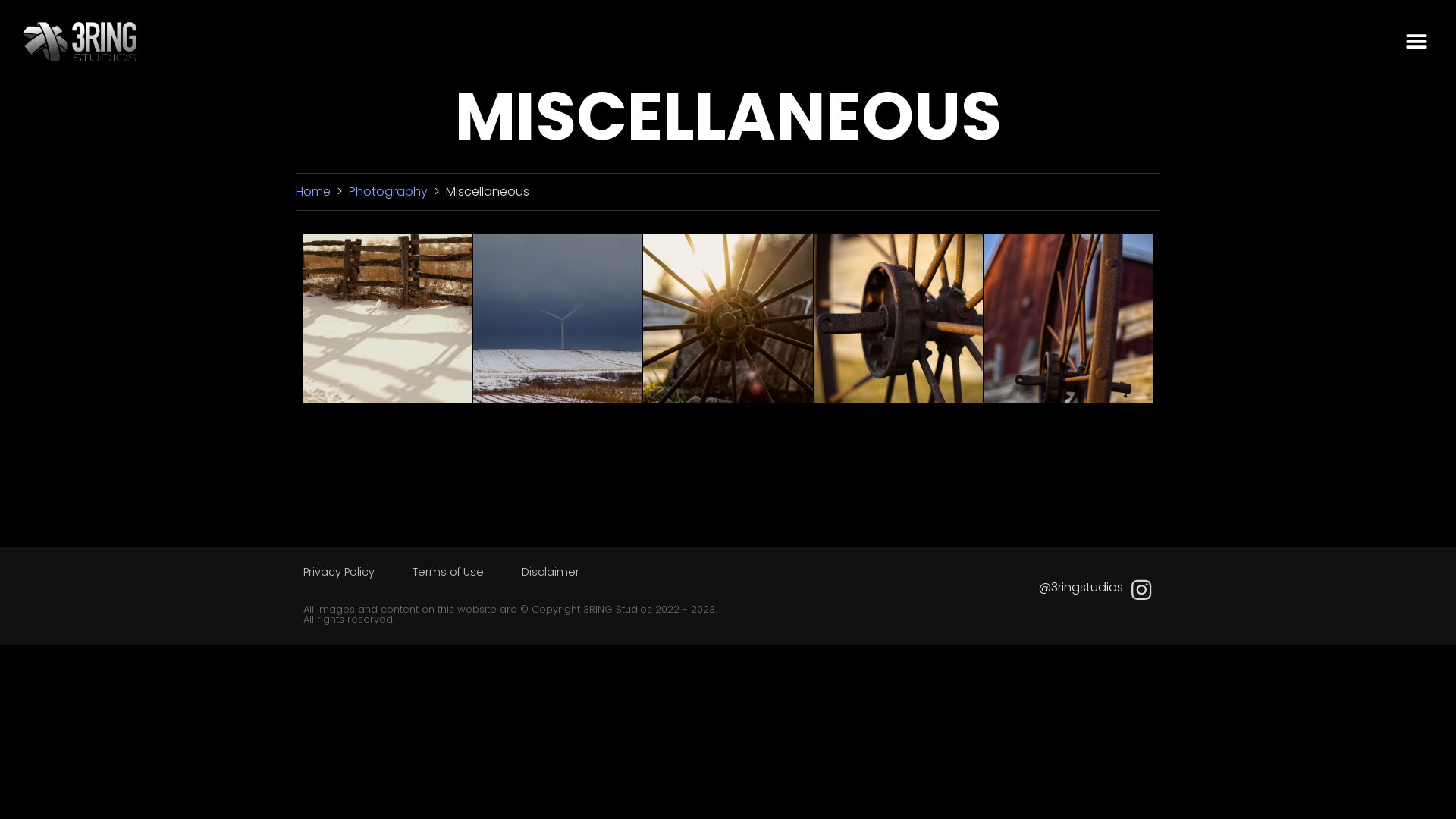 The width and height of the screenshot is (1456, 819). What do you see at coordinates (1080, 586) in the screenshot?
I see `'@3ringstudios'` at bounding box center [1080, 586].